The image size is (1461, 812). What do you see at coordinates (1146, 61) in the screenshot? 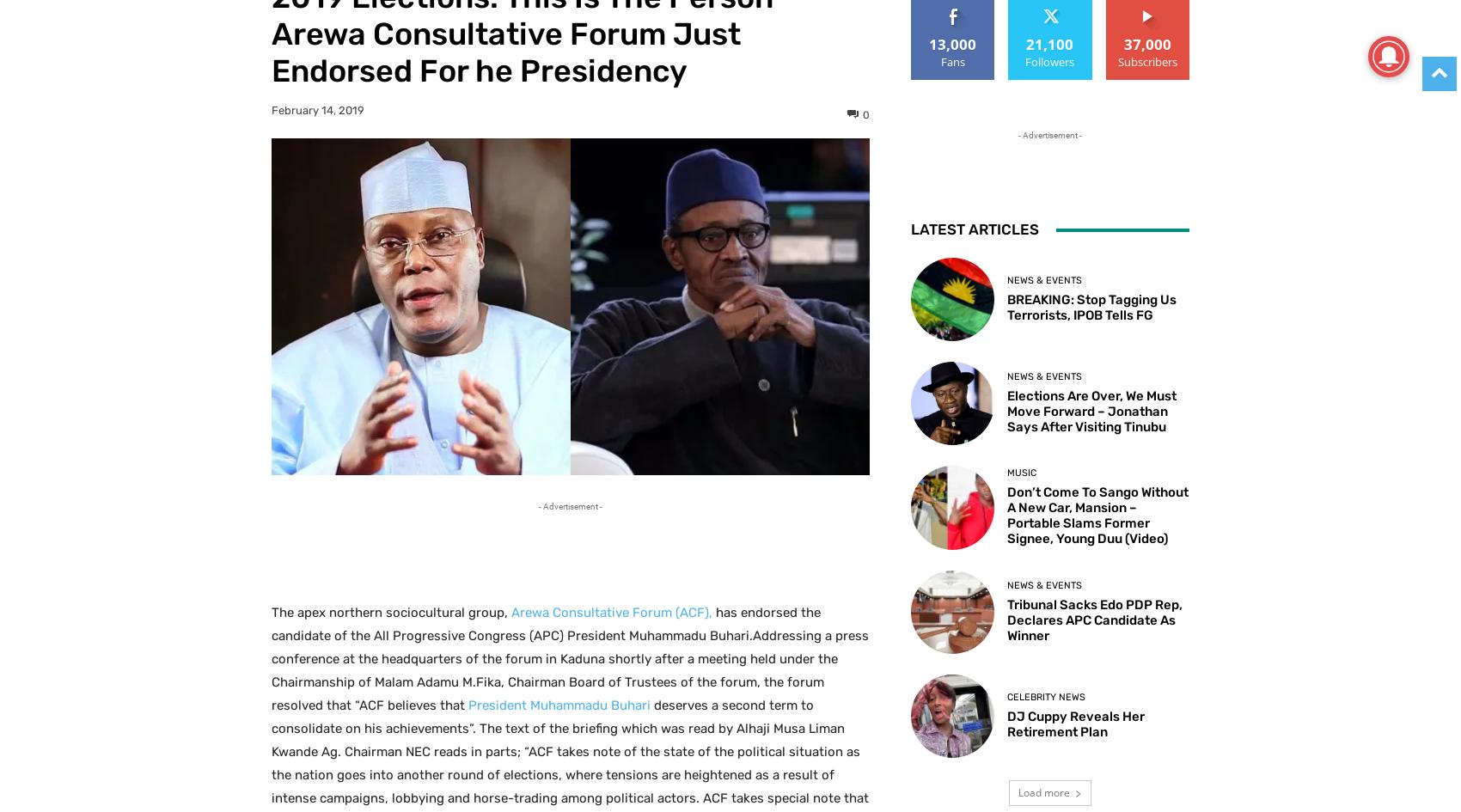
I see `'Subscribers'` at bounding box center [1146, 61].